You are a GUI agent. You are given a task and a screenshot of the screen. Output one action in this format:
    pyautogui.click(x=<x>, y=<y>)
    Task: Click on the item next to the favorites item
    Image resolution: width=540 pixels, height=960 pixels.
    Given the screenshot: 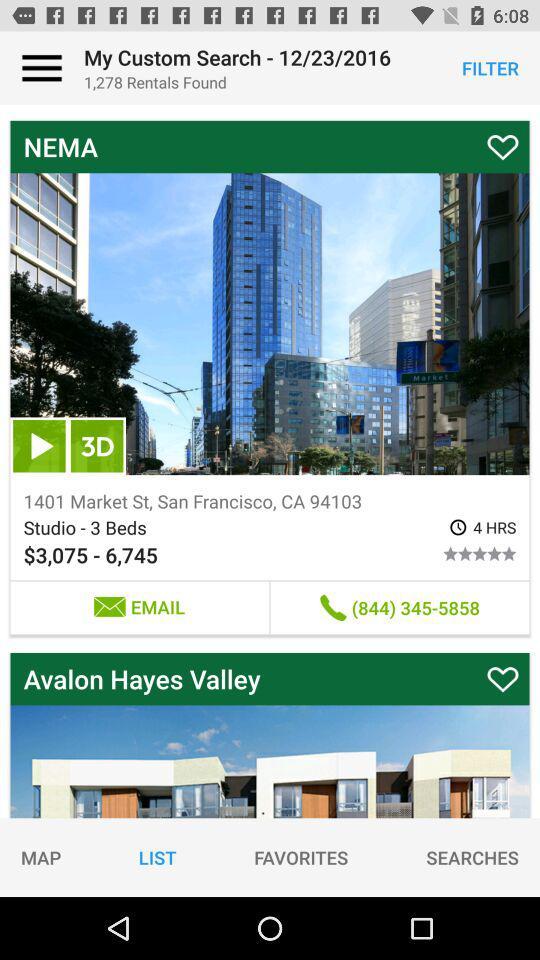 What is the action you would take?
    pyautogui.click(x=472, y=856)
    